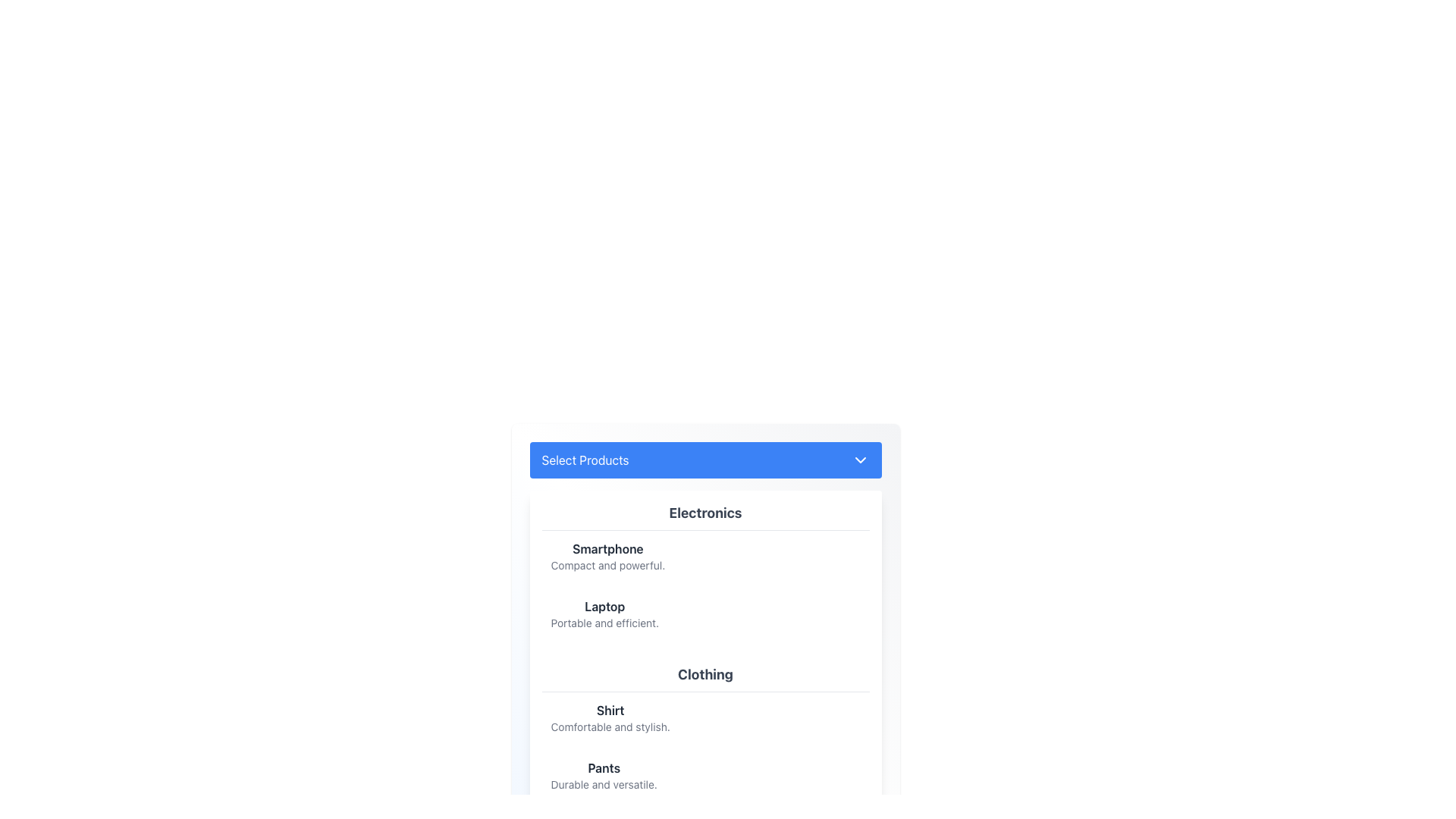  What do you see at coordinates (610, 726) in the screenshot?
I see `the text label element that provides a descriptive summary of the 'Shirt' item, located below the 'Shirt' text in the 'Clothing' category` at bounding box center [610, 726].